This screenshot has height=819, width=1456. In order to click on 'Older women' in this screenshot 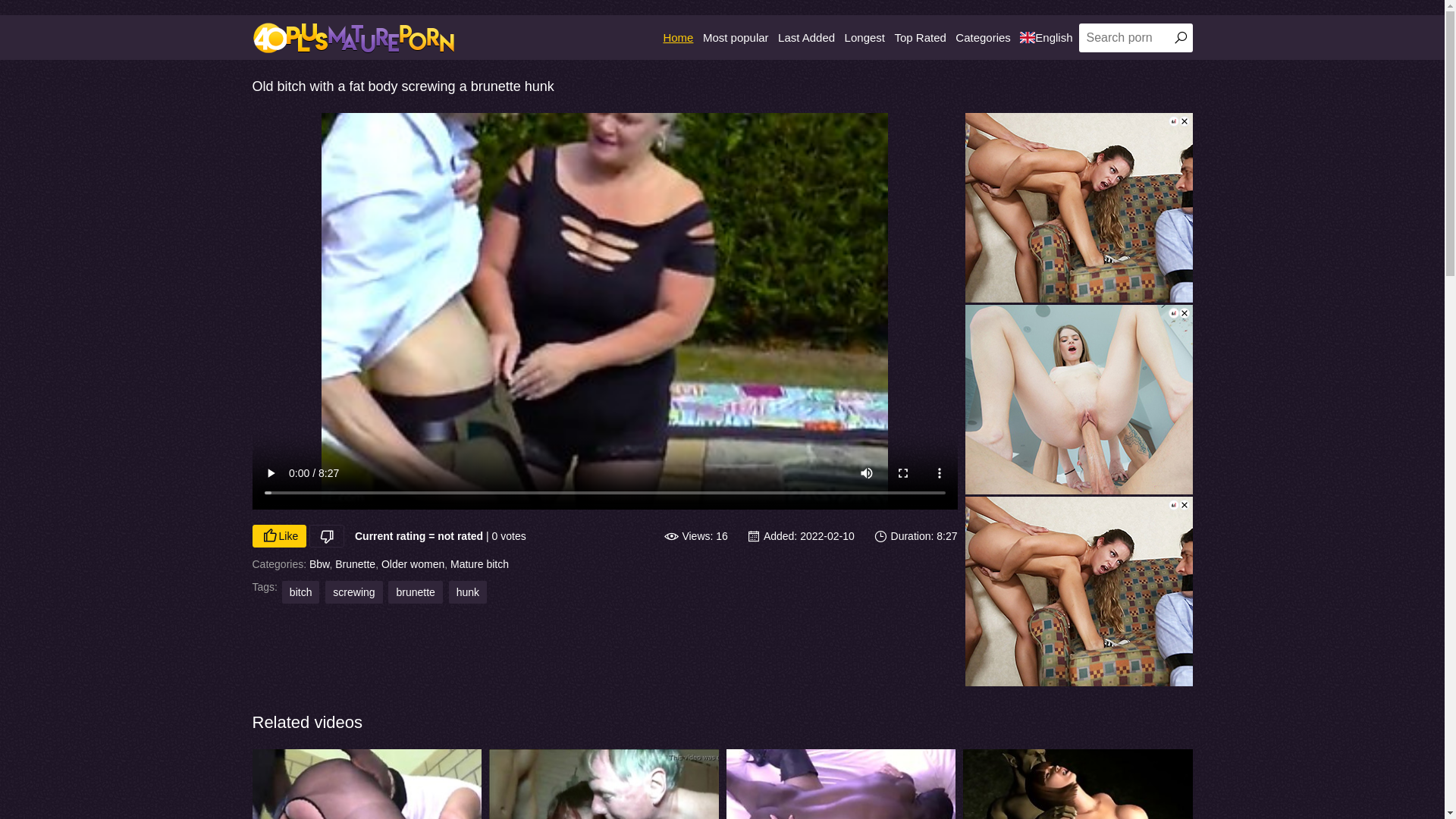, I will do `click(413, 564)`.